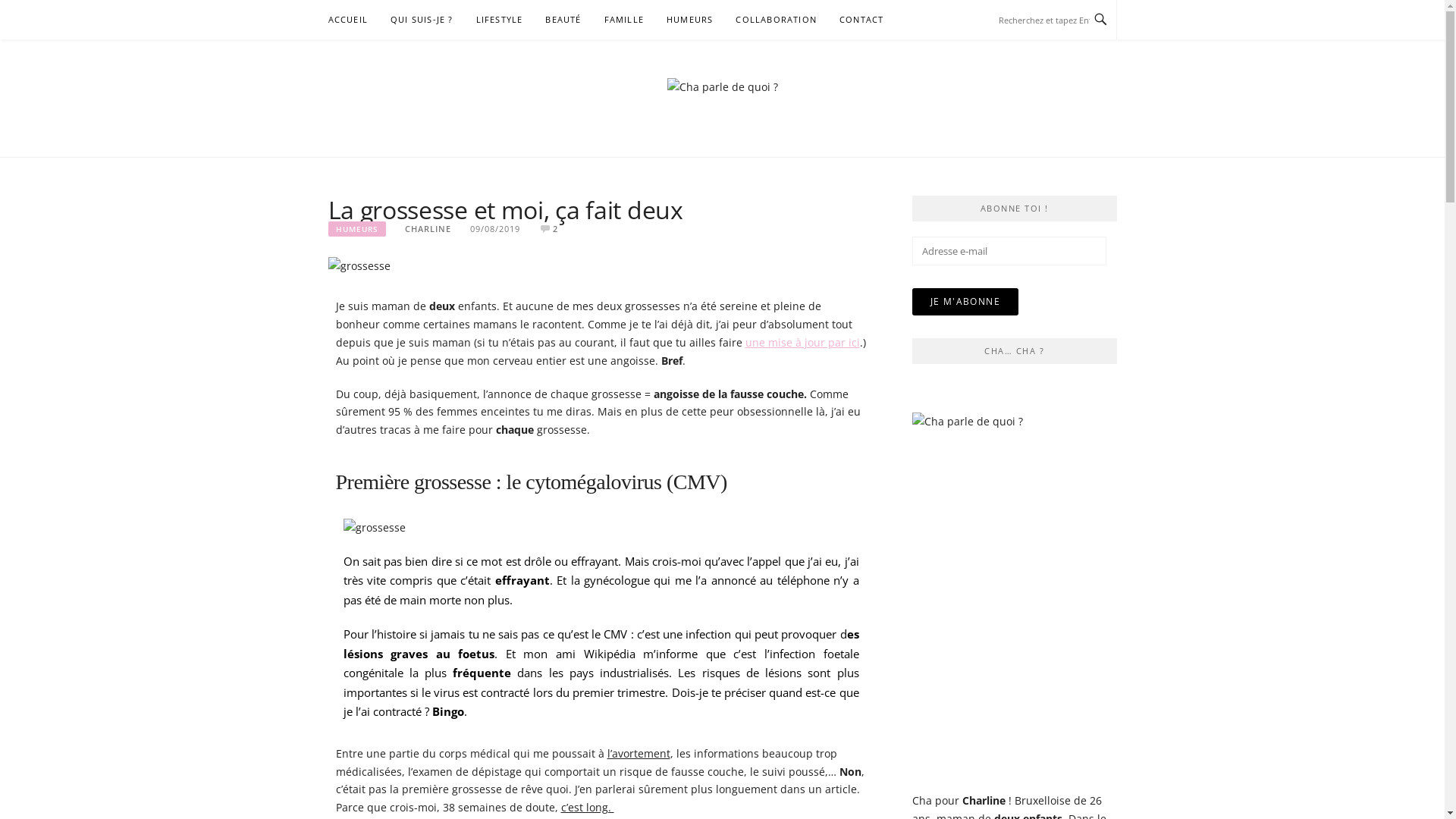 This screenshot has width=1456, height=819. What do you see at coordinates (776, 20) in the screenshot?
I see `'COLLABORATION'` at bounding box center [776, 20].